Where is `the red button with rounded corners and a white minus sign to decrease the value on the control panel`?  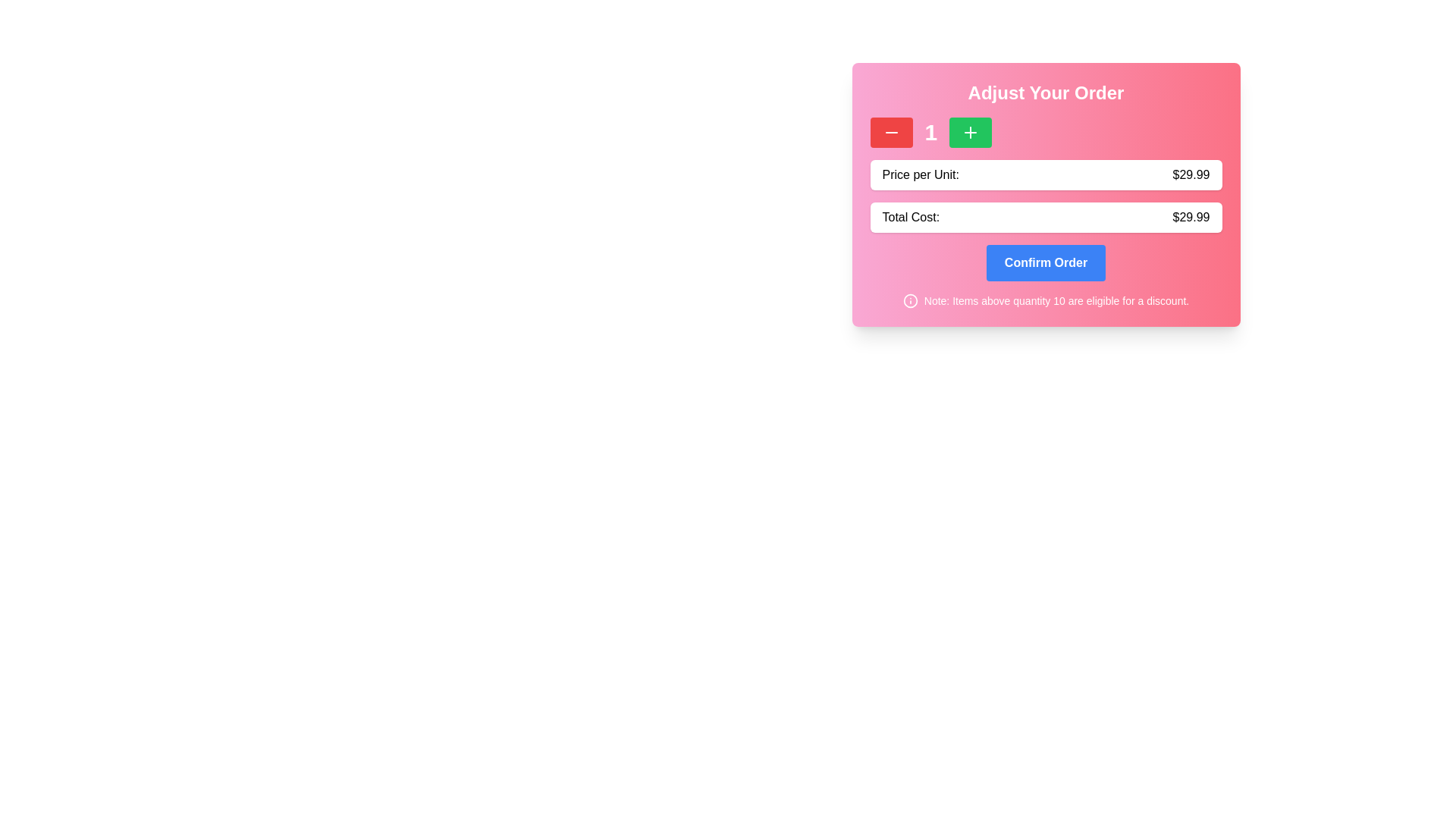 the red button with rounded corners and a white minus sign to decrease the value on the control panel is located at coordinates (891, 131).